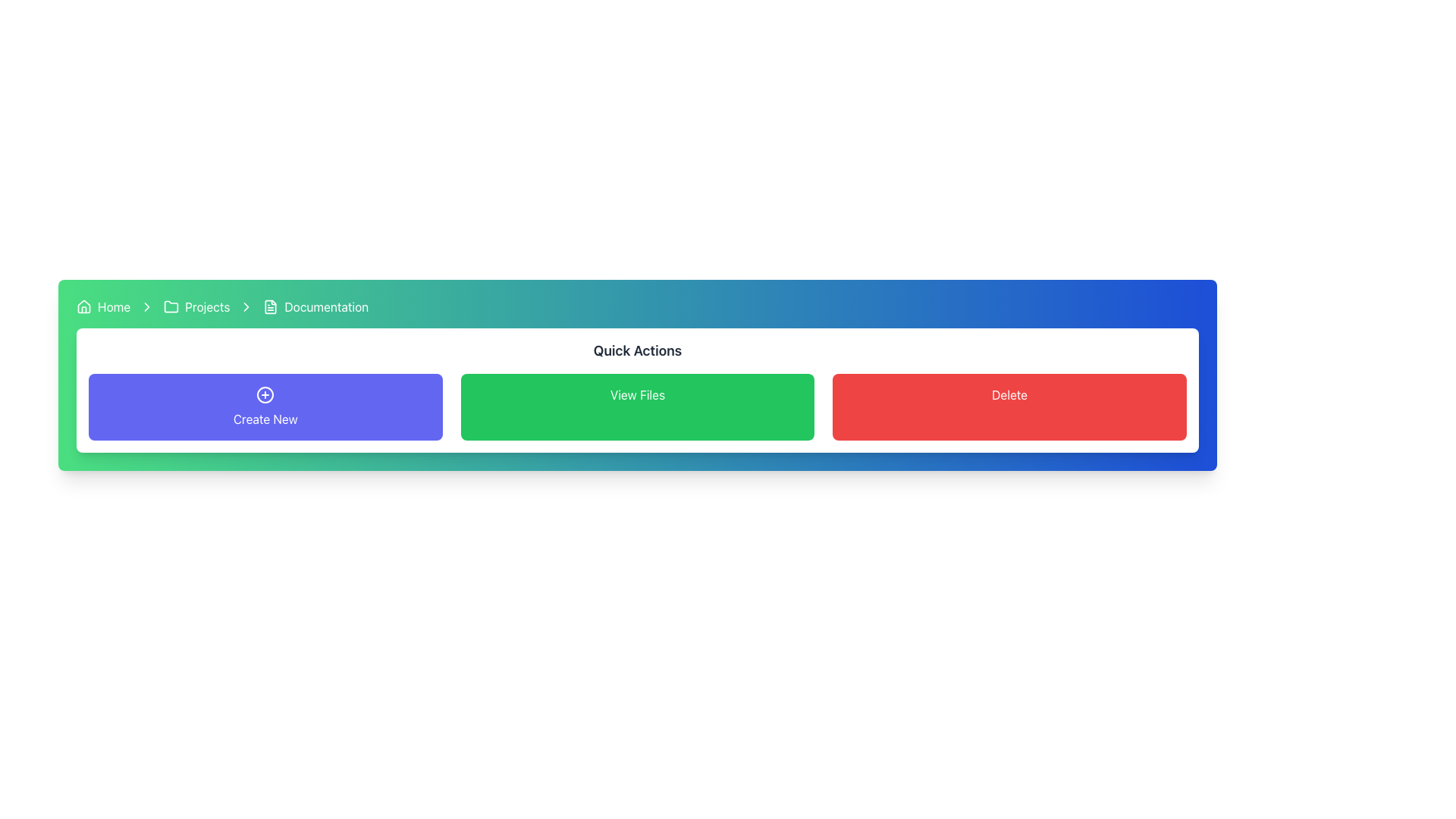  Describe the element at coordinates (265, 419) in the screenshot. I see `the text element displaying 'Create New' which is centrally aligned within the blue button in the 'Quick Actions' section` at that location.